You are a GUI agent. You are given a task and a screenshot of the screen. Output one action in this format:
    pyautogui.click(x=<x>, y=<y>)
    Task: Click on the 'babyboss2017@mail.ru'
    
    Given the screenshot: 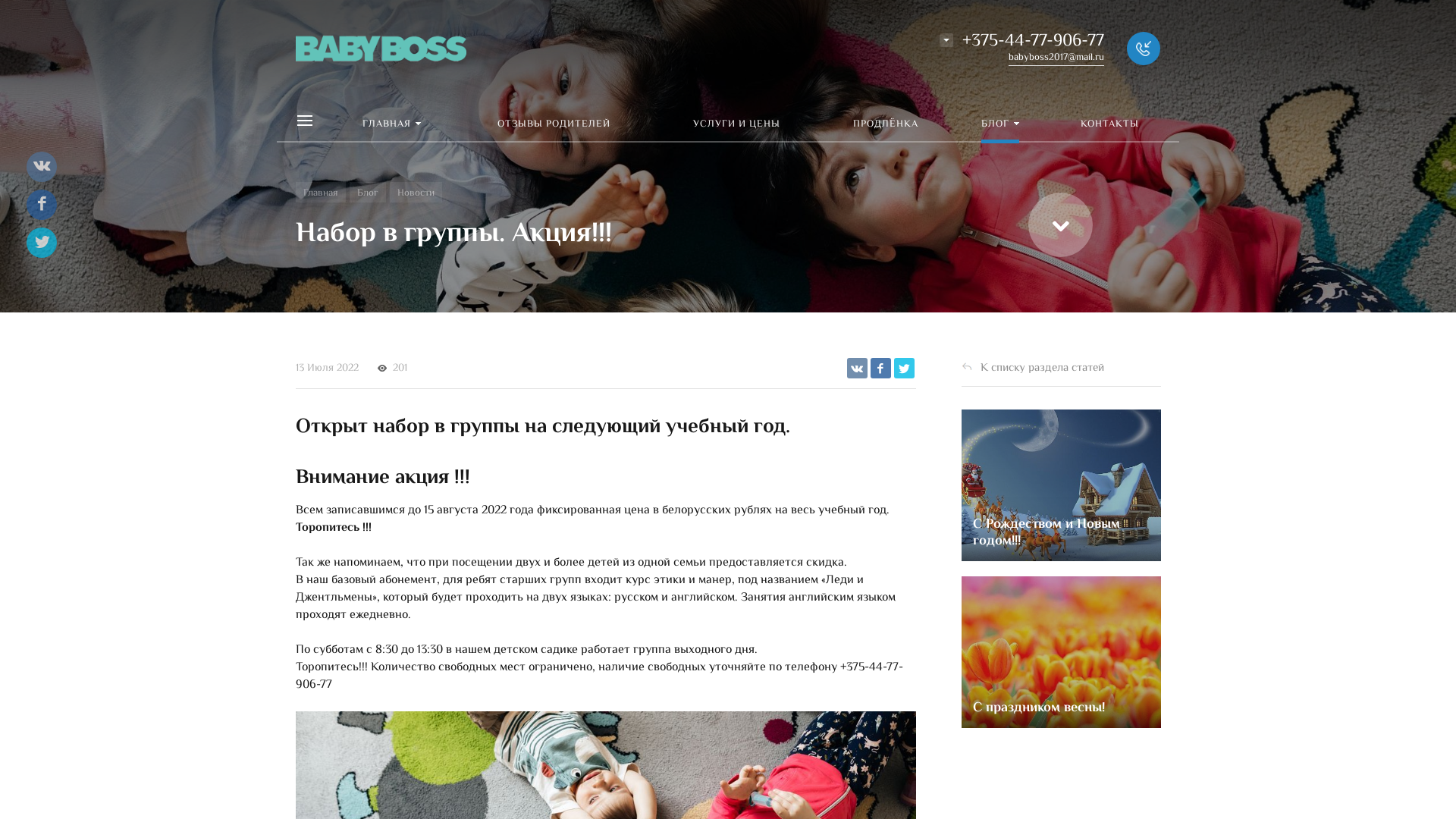 What is the action you would take?
    pyautogui.click(x=1055, y=57)
    